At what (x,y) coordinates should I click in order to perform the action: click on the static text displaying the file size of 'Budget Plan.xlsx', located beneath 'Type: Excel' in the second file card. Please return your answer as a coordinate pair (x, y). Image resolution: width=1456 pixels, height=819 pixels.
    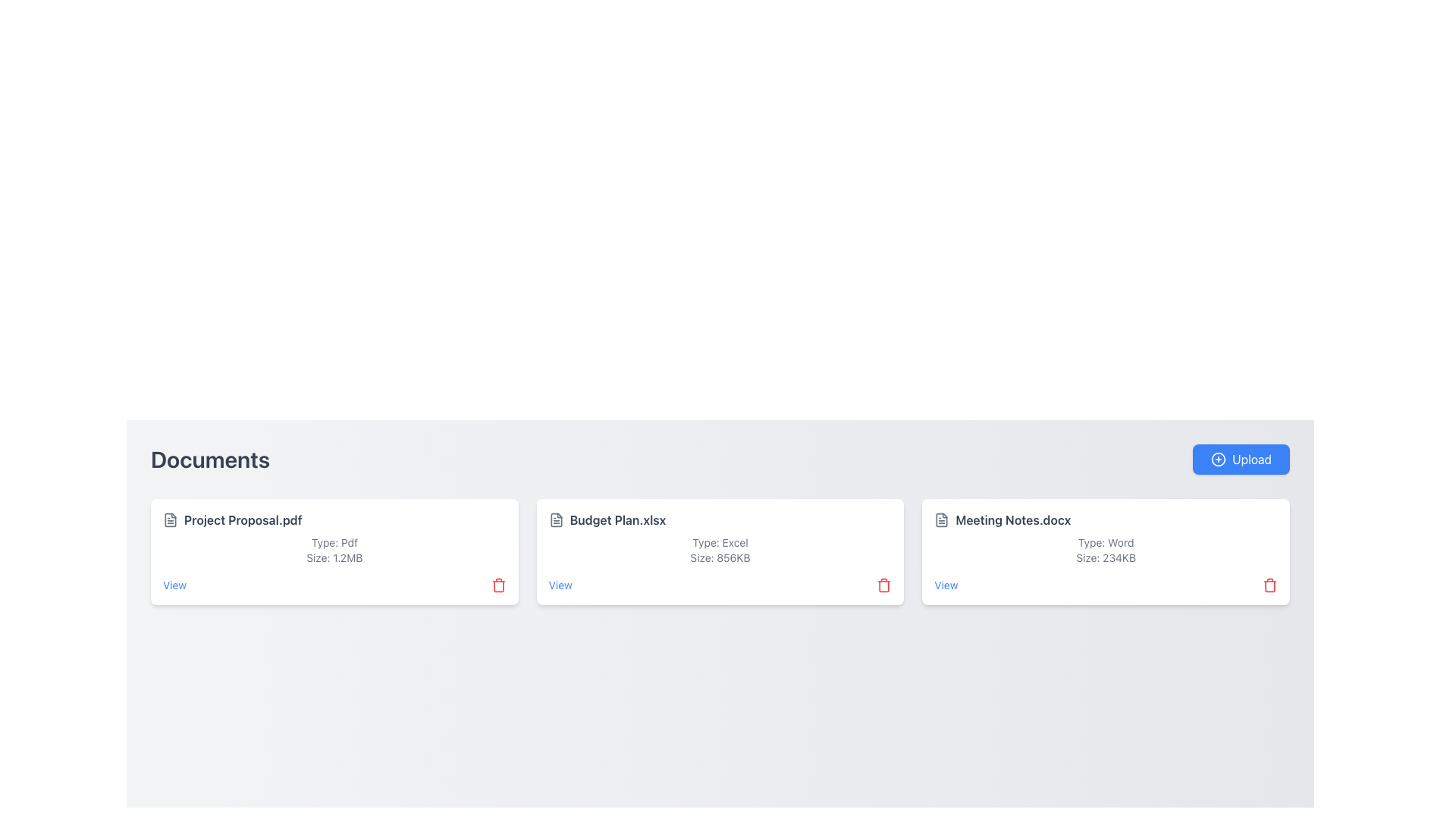
    Looking at the image, I should click on (720, 558).